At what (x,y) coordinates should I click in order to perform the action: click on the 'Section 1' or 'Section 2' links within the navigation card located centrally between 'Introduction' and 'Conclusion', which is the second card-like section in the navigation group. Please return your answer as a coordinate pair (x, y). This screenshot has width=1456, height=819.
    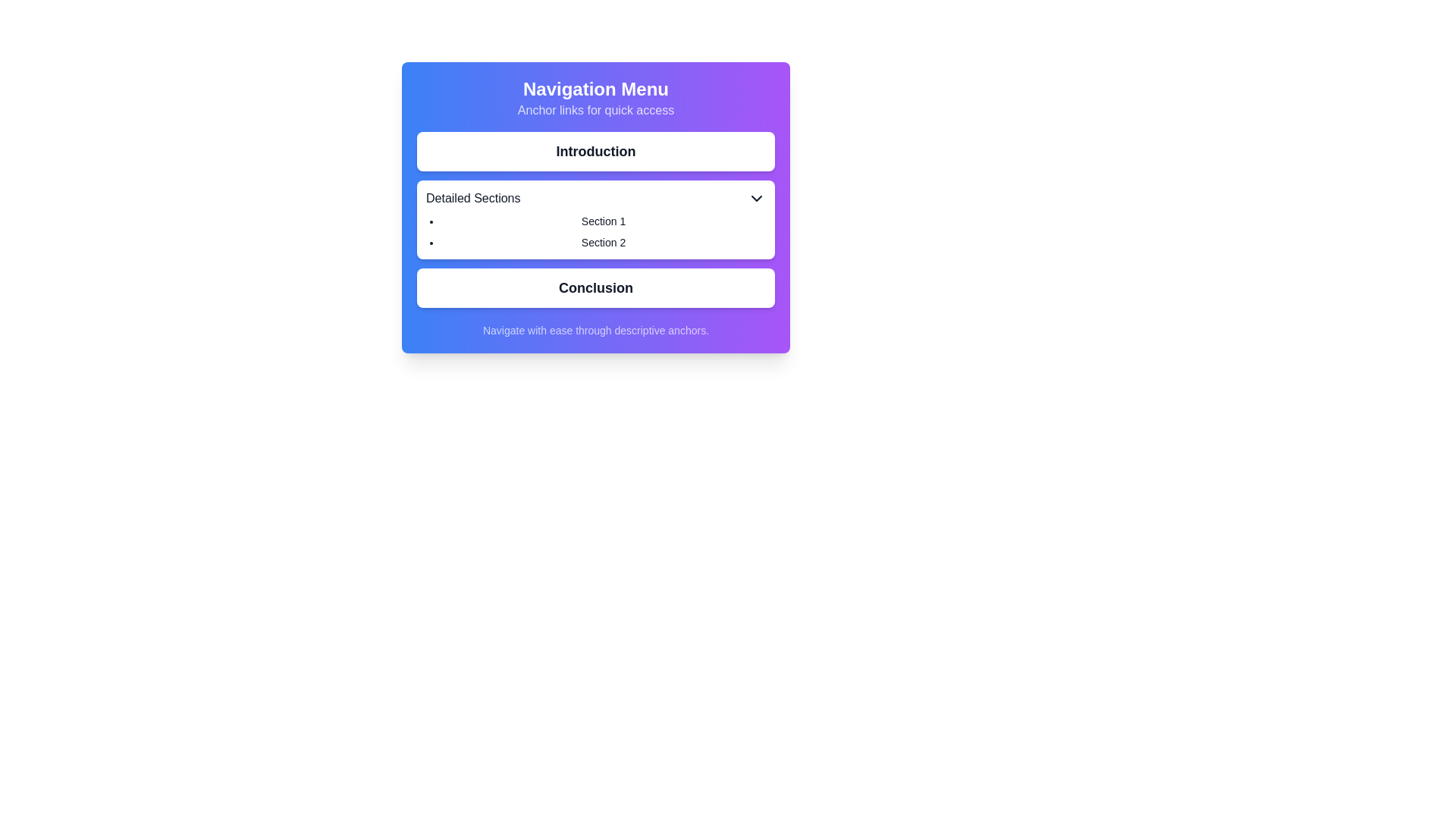
    Looking at the image, I should click on (595, 219).